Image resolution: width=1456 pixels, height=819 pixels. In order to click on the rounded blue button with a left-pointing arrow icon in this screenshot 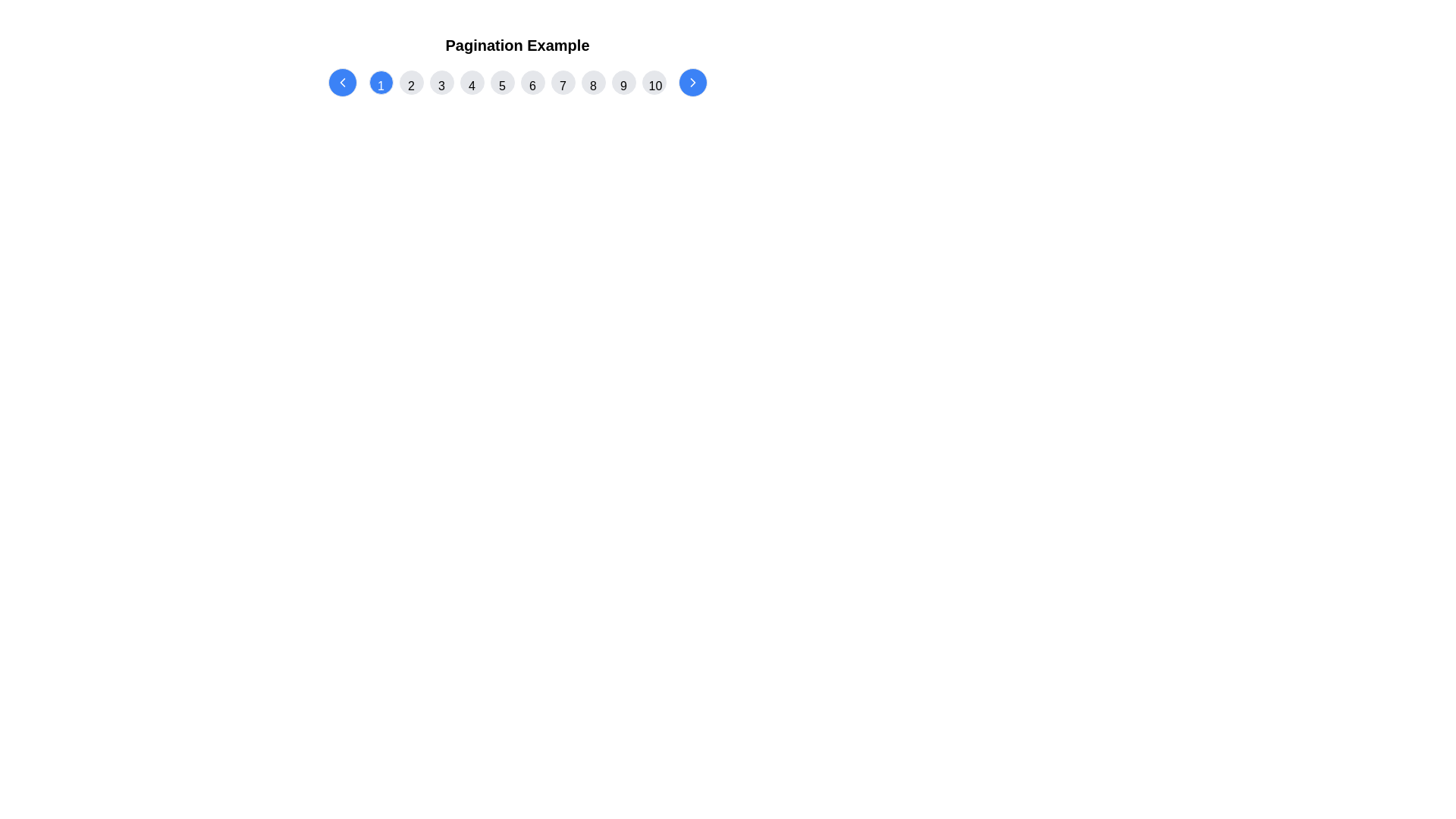, I will do `click(341, 82)`.